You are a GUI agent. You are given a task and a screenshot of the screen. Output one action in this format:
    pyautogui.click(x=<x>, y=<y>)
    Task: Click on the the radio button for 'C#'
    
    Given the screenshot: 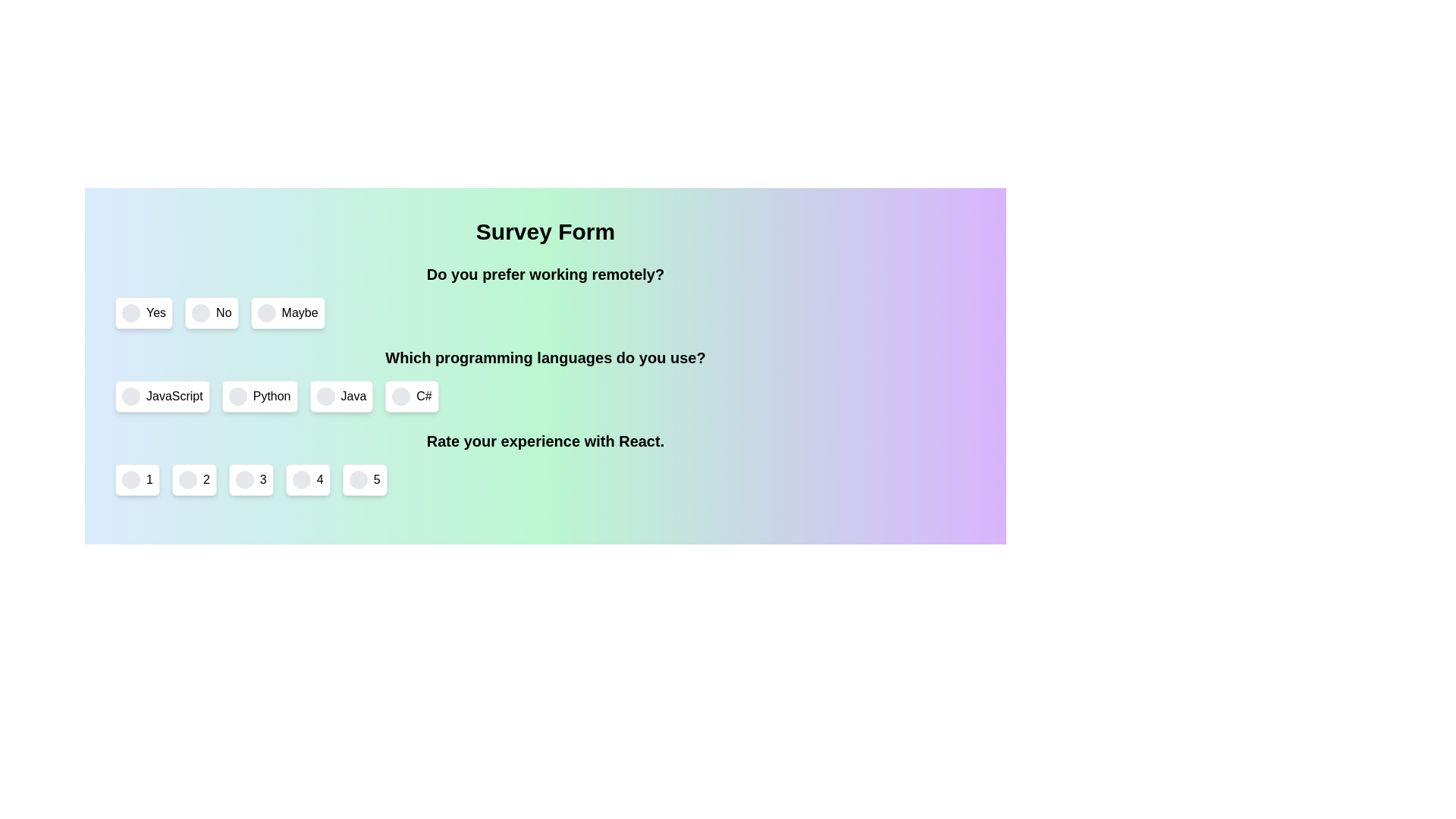 What is the action you would take?
    pyautogui.click(x=401, y=396)
    